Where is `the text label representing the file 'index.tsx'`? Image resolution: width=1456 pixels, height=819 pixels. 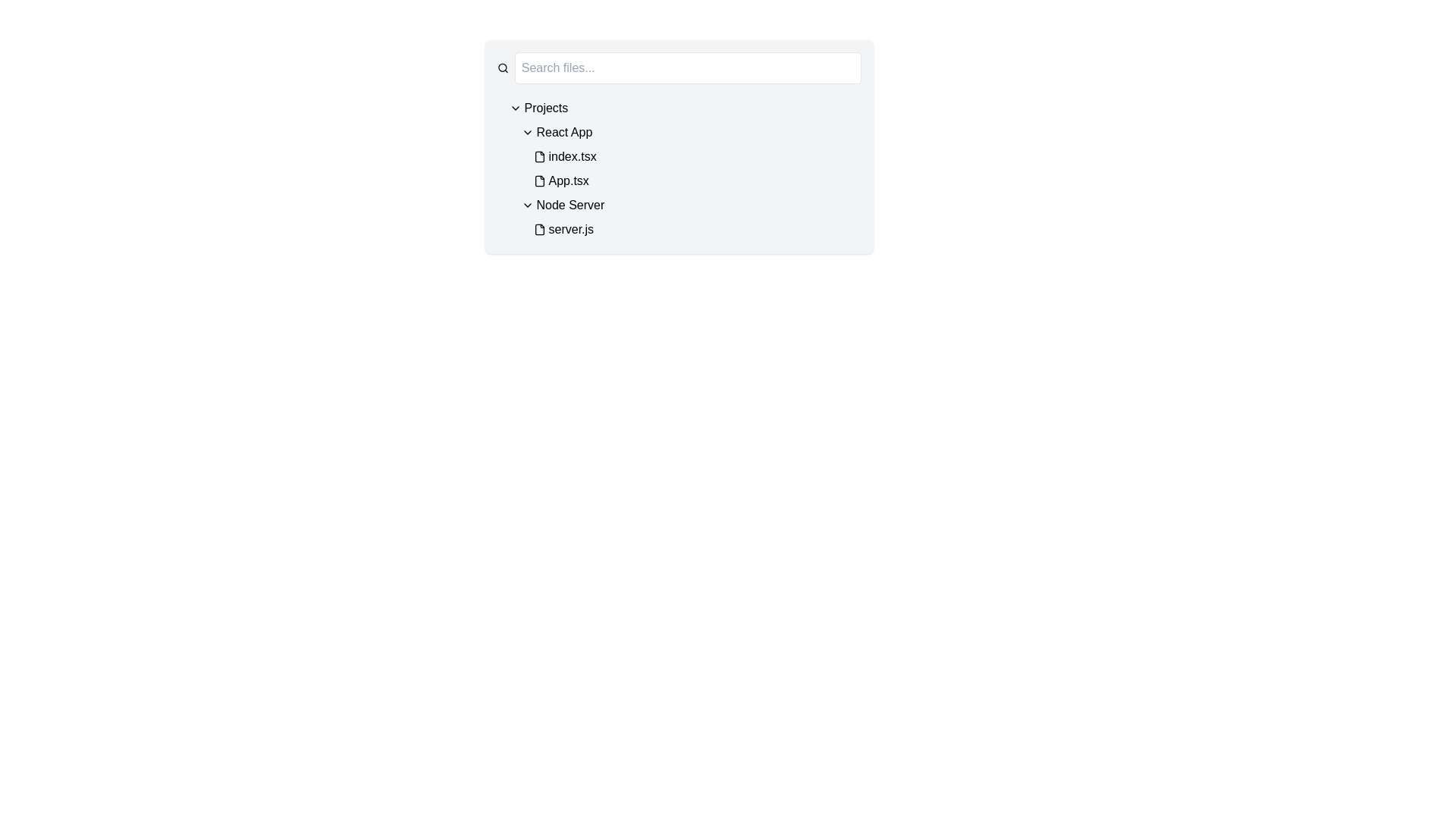
the text label representing the file 'index.tsx' is located at coordinates (572, 157).